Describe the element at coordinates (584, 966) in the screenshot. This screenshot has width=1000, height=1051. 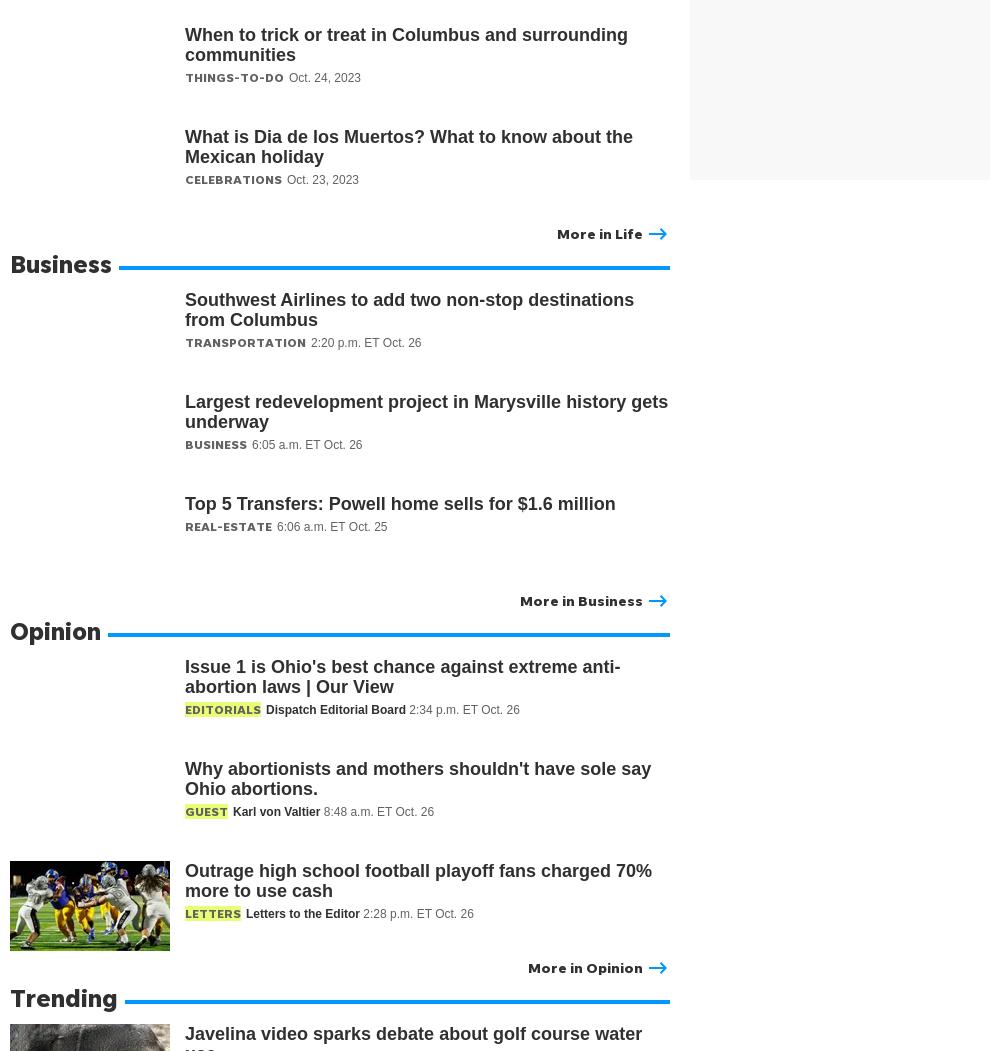
I see `'More in Opinion'` at that location.